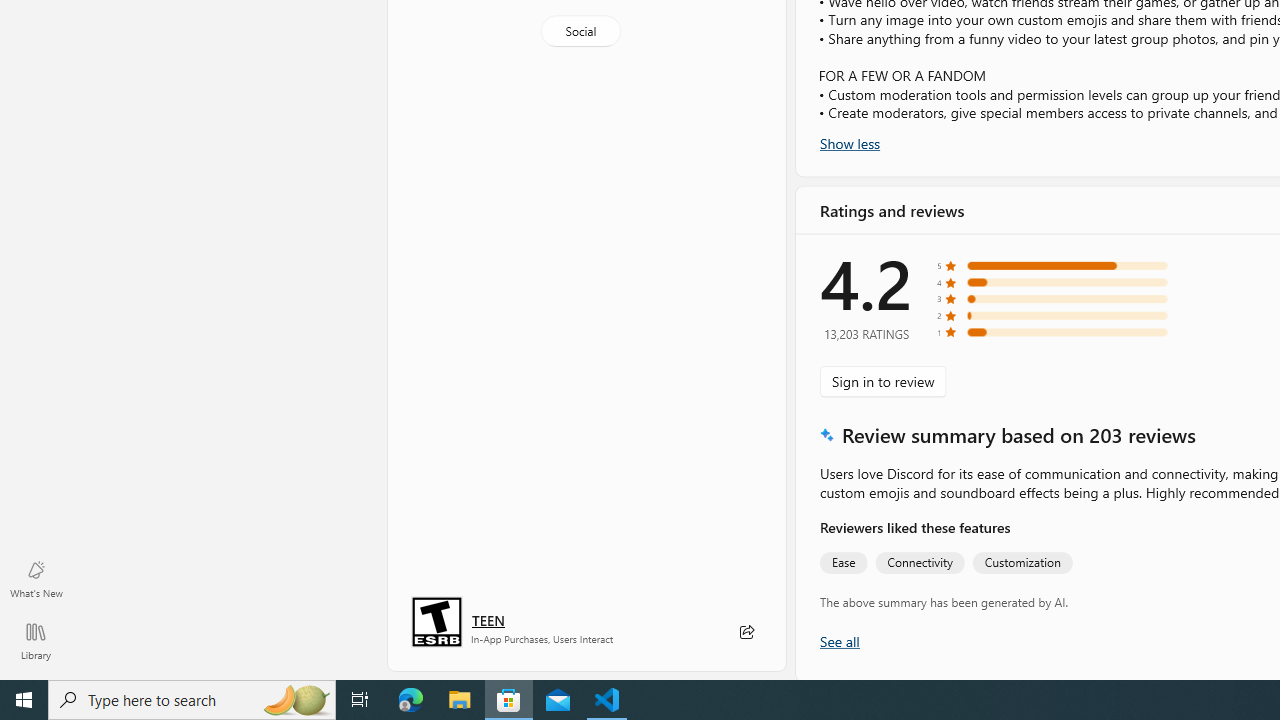 The width and height of the screenshot is (1280, 720). Describe the element at coordinates (578, 30) in the screenshot. I see `'Social'` at that location.